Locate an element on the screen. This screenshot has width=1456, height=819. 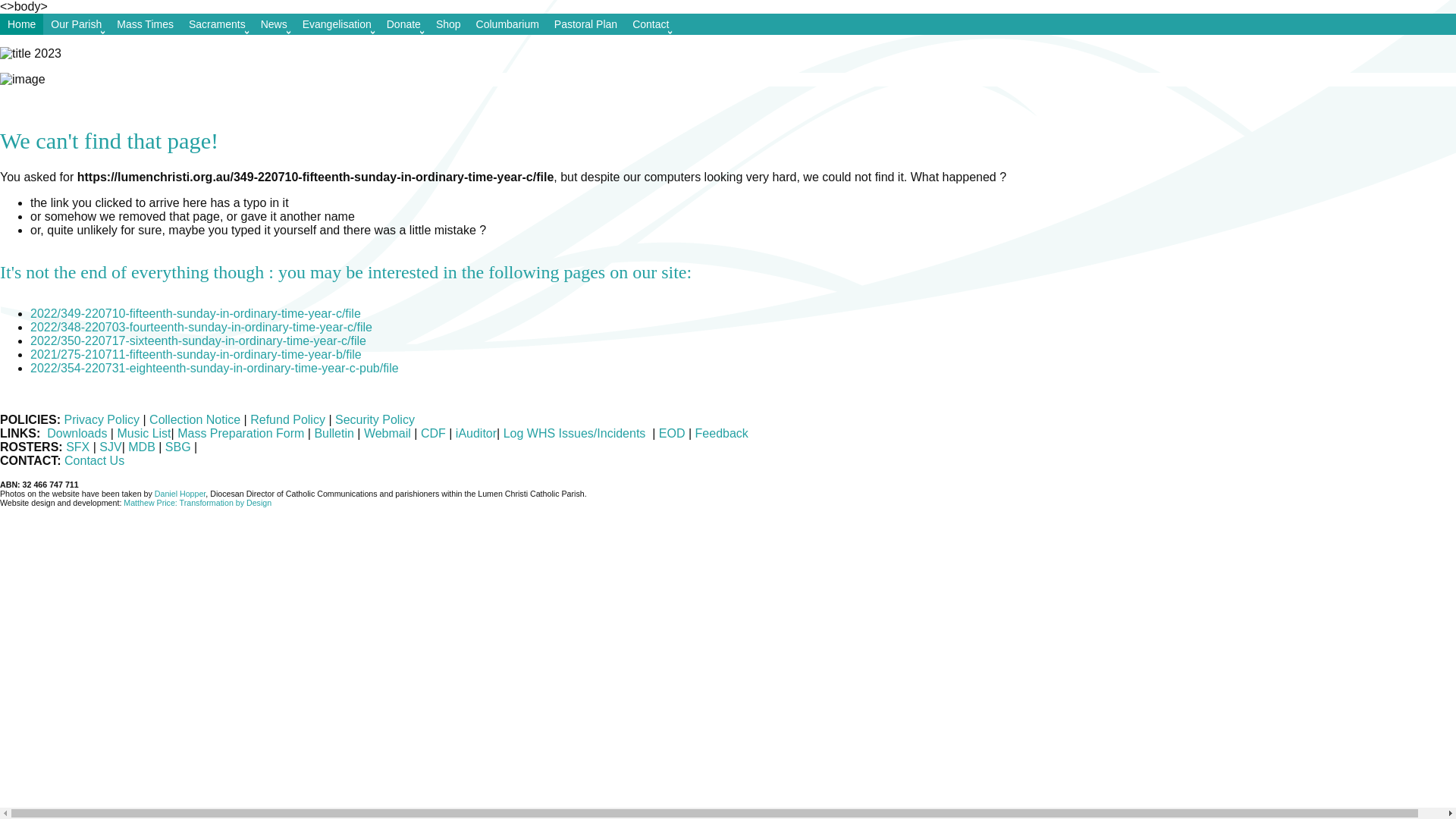
'Home' is located at coordinates (21, 24).